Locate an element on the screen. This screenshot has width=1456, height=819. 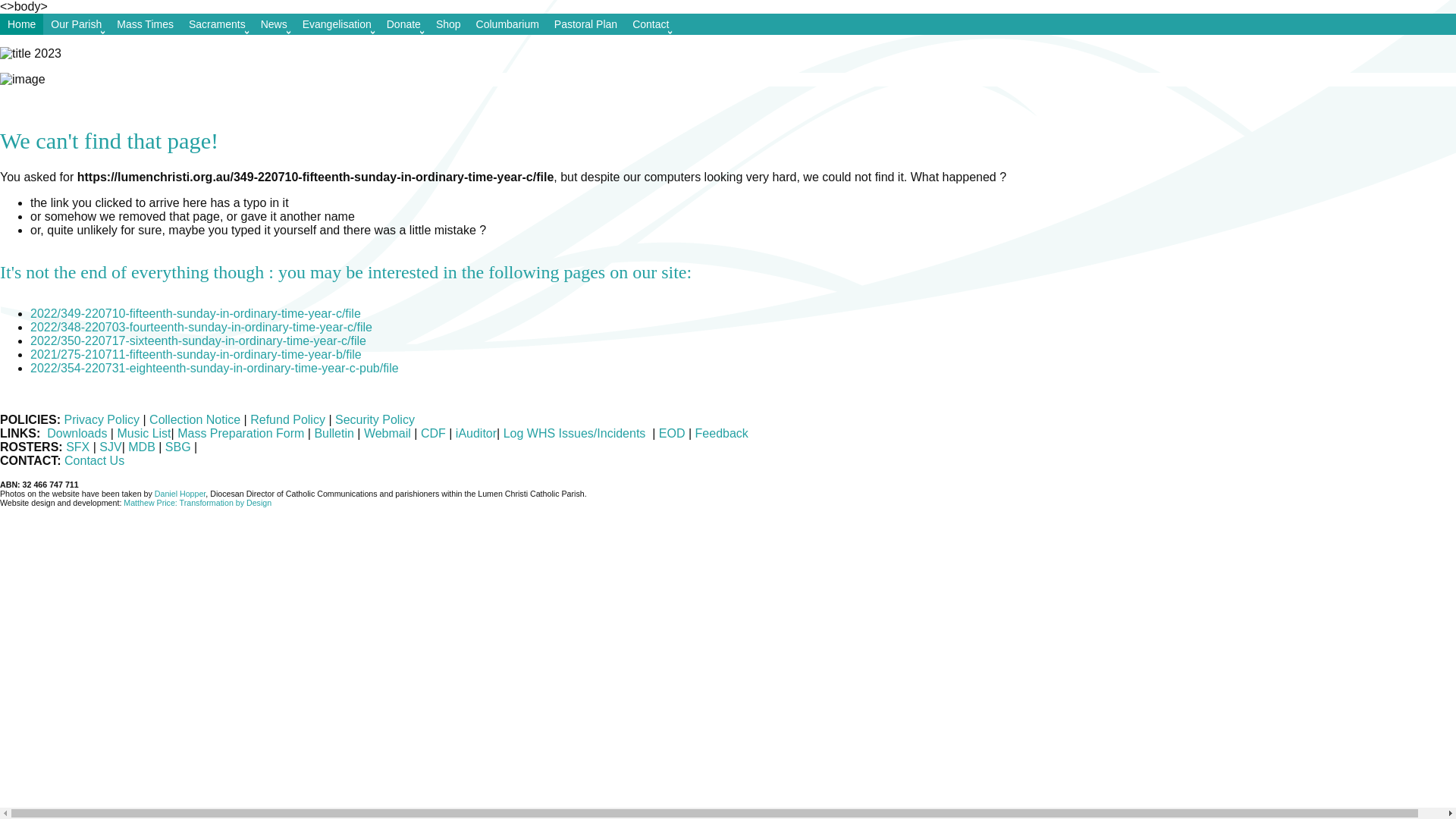
'Home' is located at coordinates (21, 24).